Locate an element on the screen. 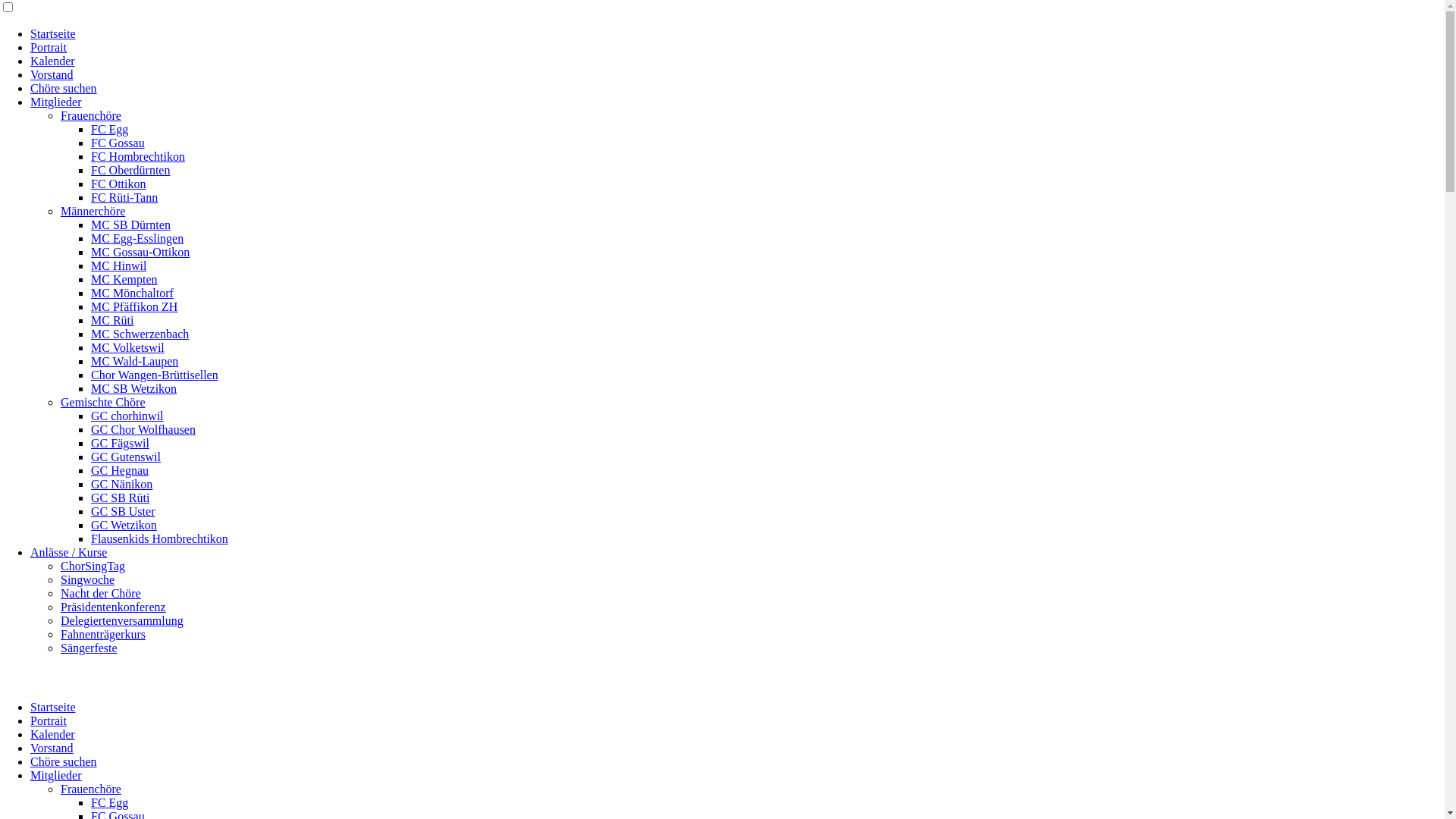  'Kalender' is located at coordinates (52, 60).